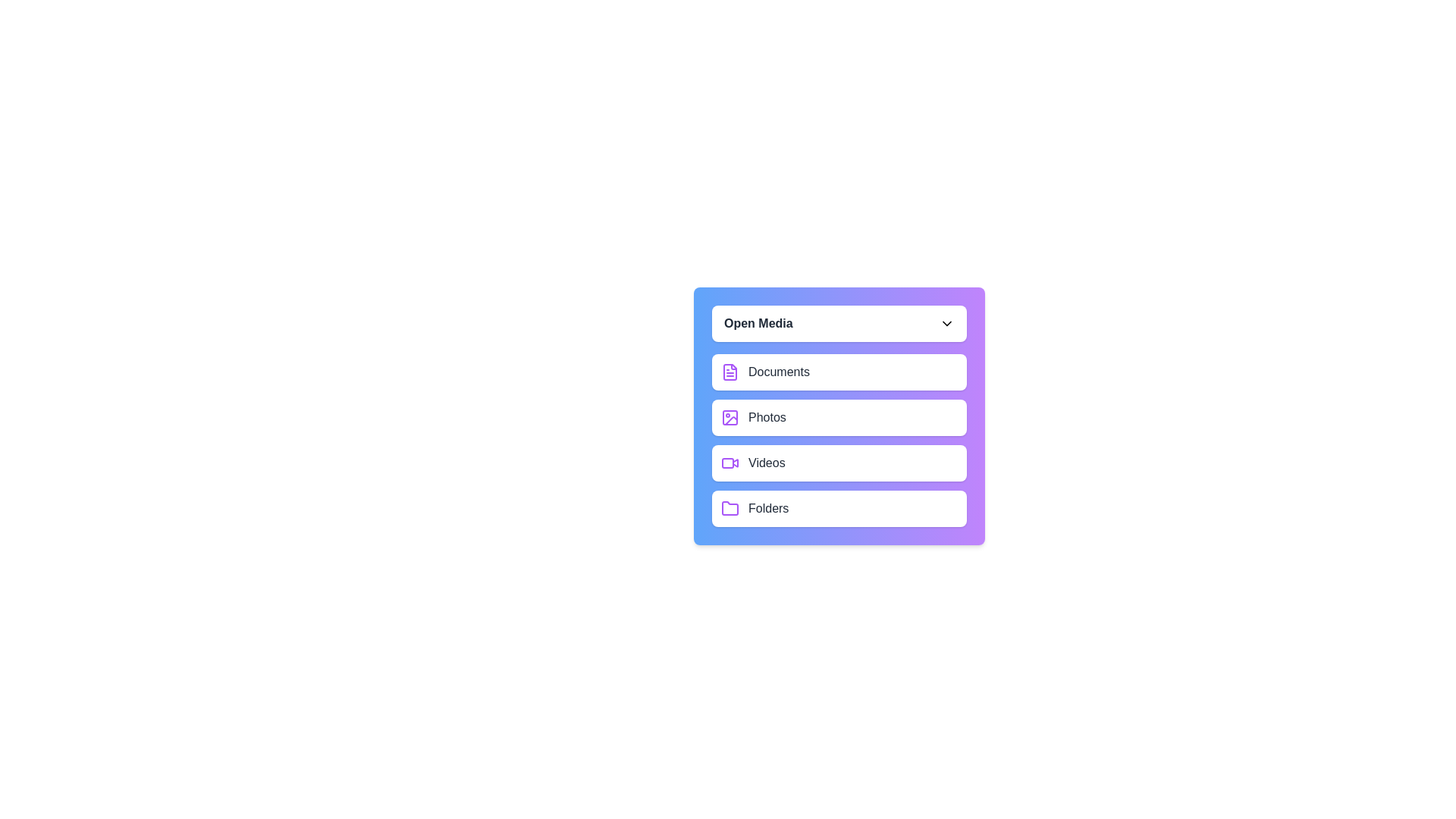  I want to click on the 'Videos' icon located in the third row of media categories, so click(730, 462).